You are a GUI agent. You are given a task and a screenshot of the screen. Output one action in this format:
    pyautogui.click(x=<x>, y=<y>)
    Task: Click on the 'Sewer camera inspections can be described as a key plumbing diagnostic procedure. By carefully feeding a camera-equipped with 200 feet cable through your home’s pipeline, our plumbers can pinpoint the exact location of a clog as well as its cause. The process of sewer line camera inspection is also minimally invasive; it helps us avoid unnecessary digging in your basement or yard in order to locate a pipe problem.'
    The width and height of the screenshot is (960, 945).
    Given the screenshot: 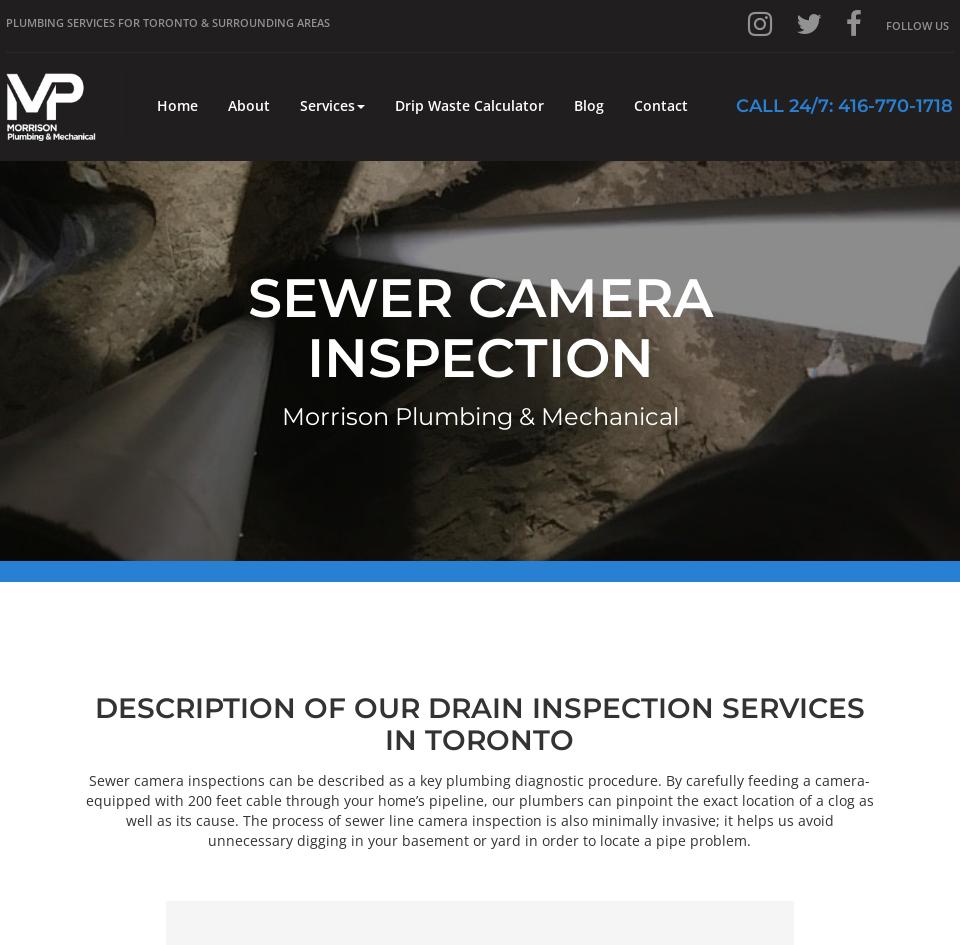 What is the action you would take?
    pyautogui.click(x=479, y=808)
    